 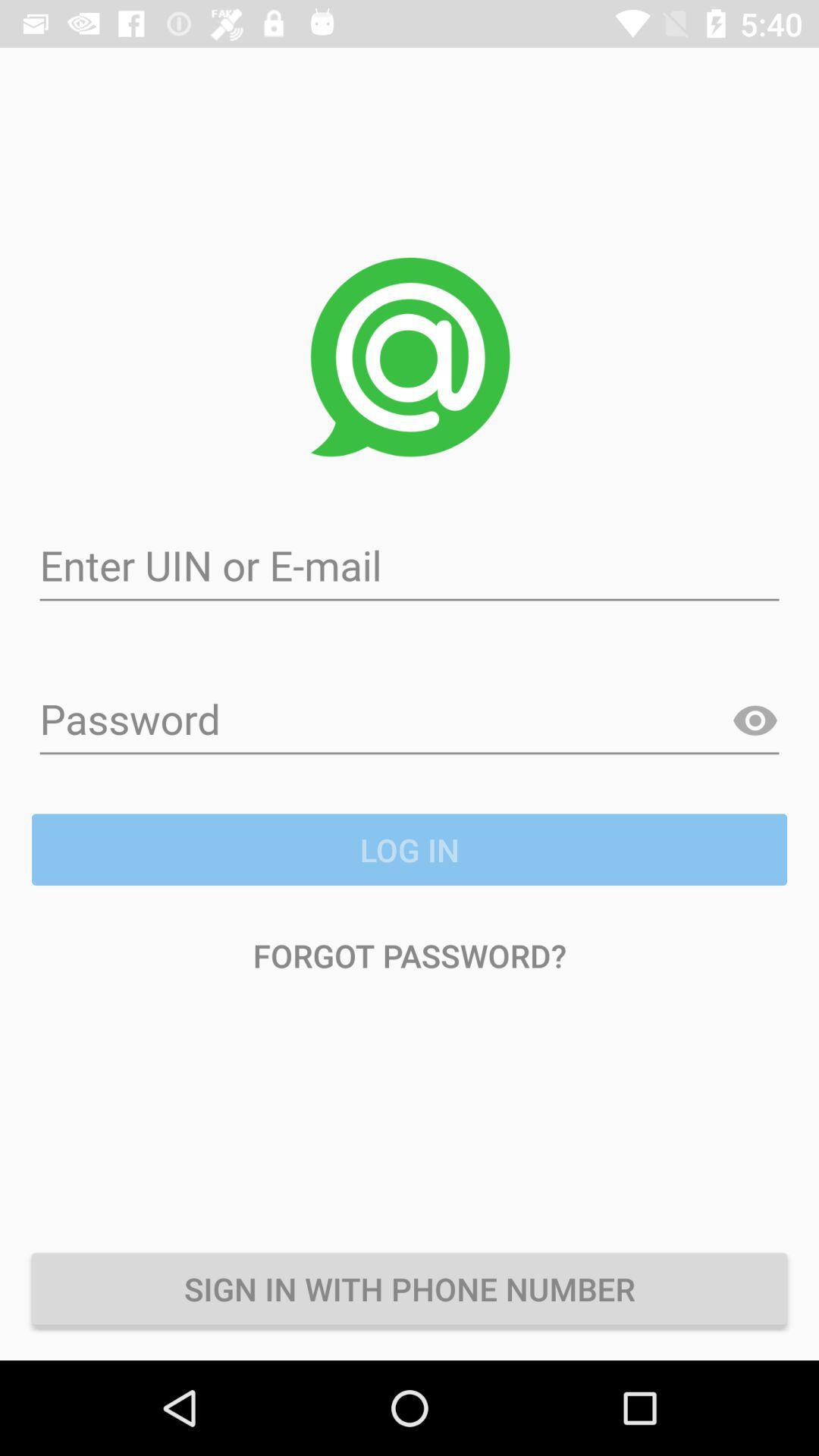 What do you see at coordinates (409, 849) in the screenshot?
I see `log in icon` at bounding box center [409, 849].